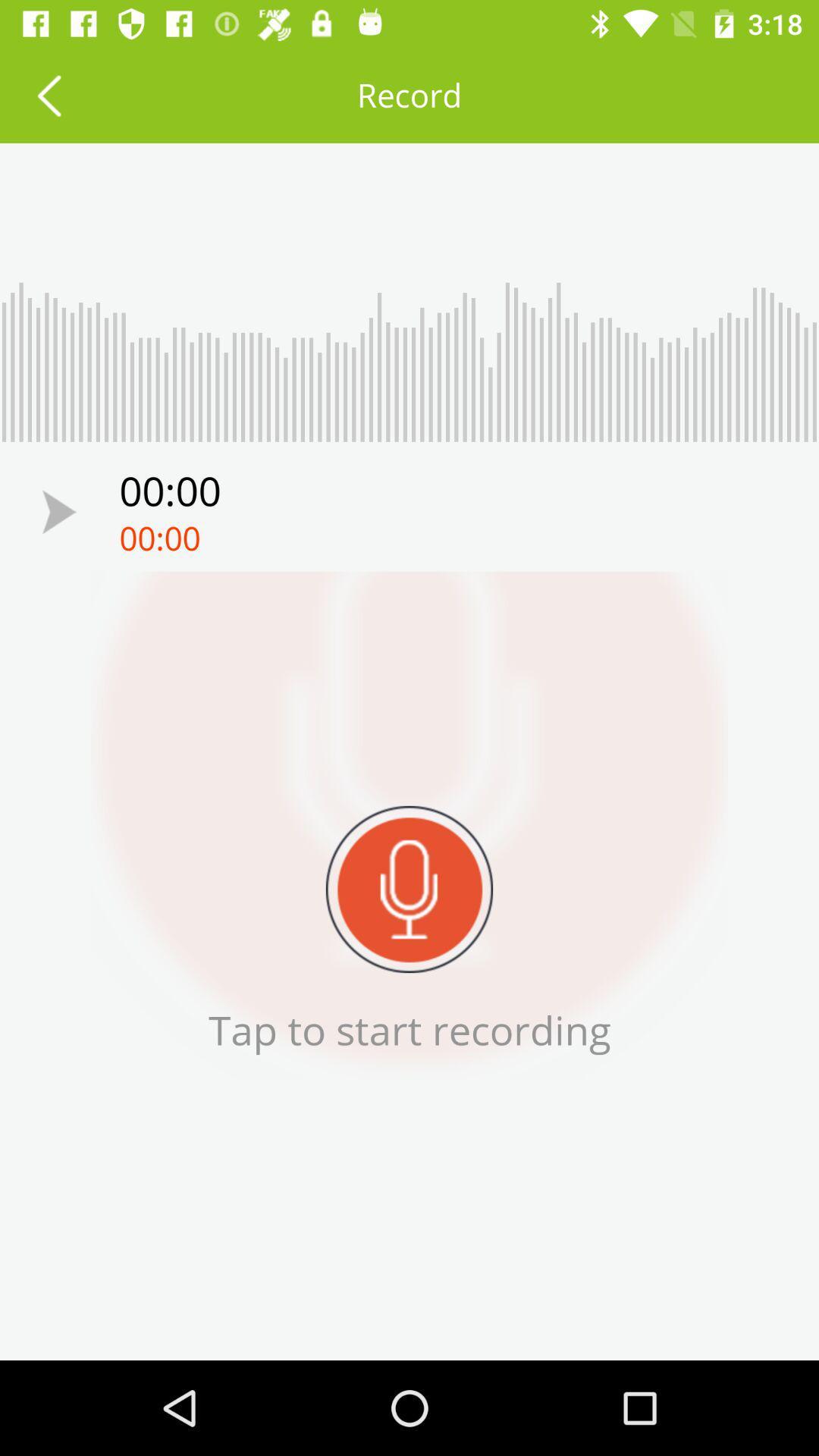 The image size is (819, 1456). I want to click on previous, so click(58, 512).